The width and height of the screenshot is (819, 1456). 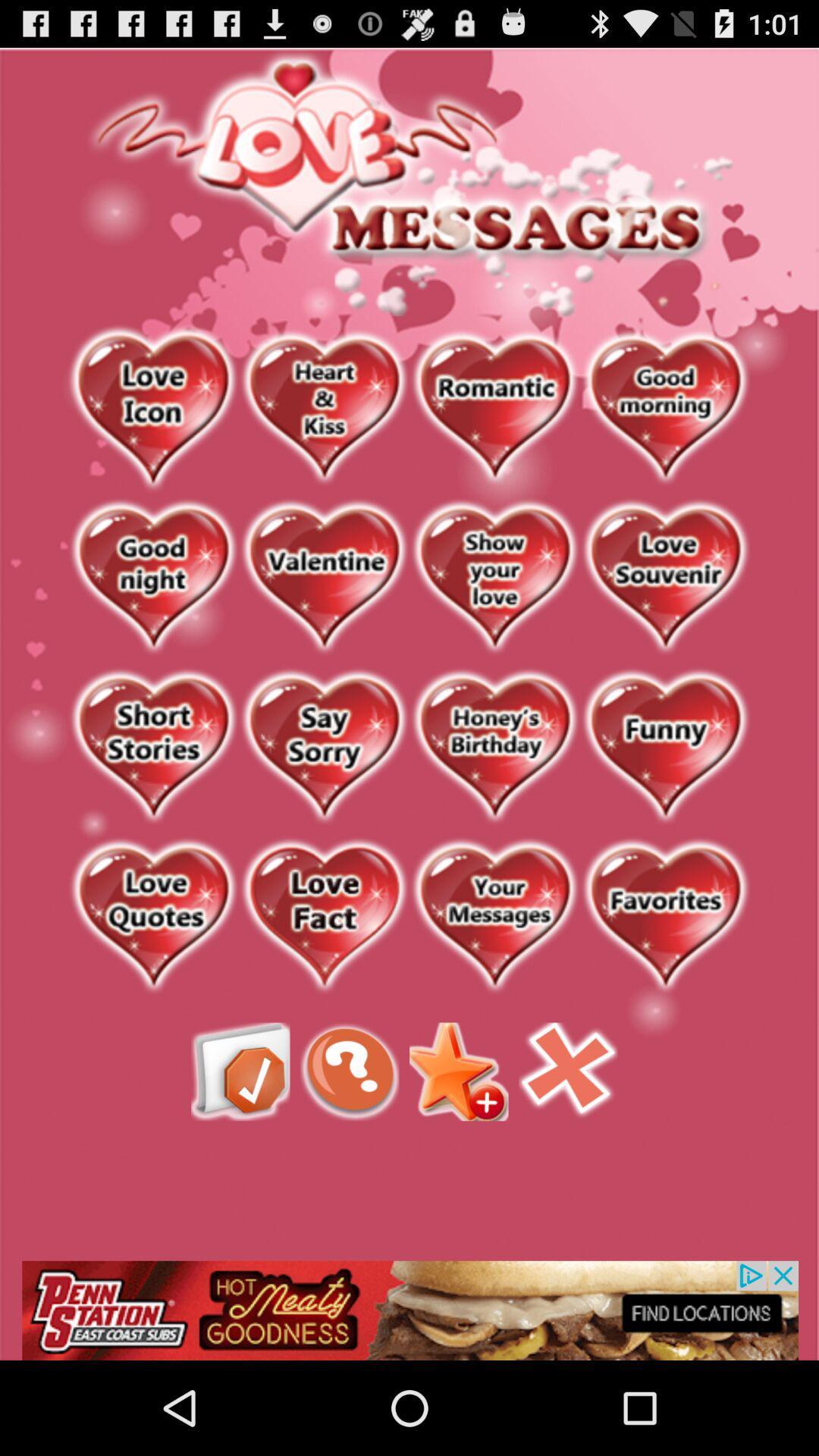 I want to click on favorites, so click(x=664, y=916).